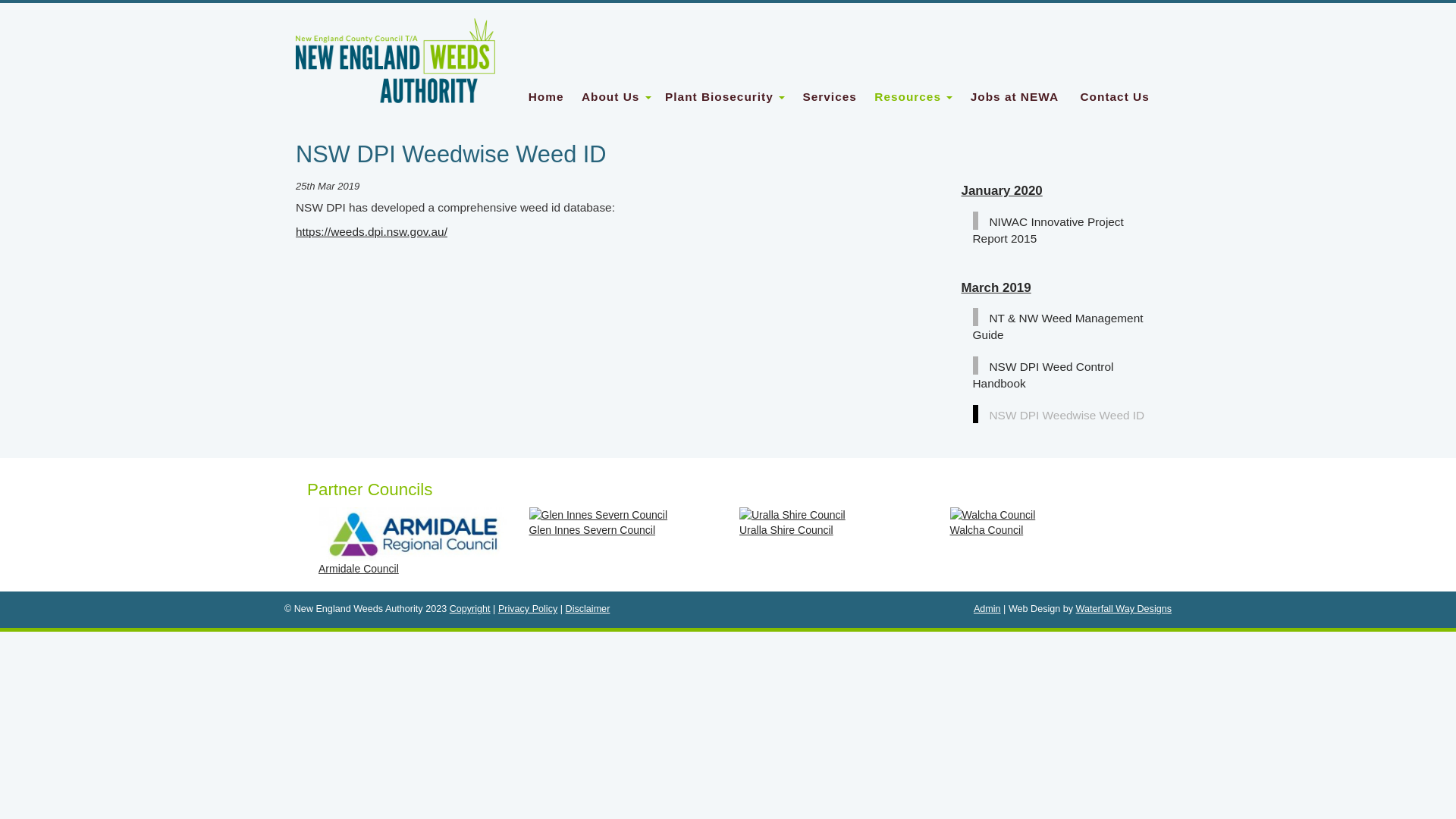 The image size is (1456, 819). I want to click on 'About Us ', so click(616, 96).